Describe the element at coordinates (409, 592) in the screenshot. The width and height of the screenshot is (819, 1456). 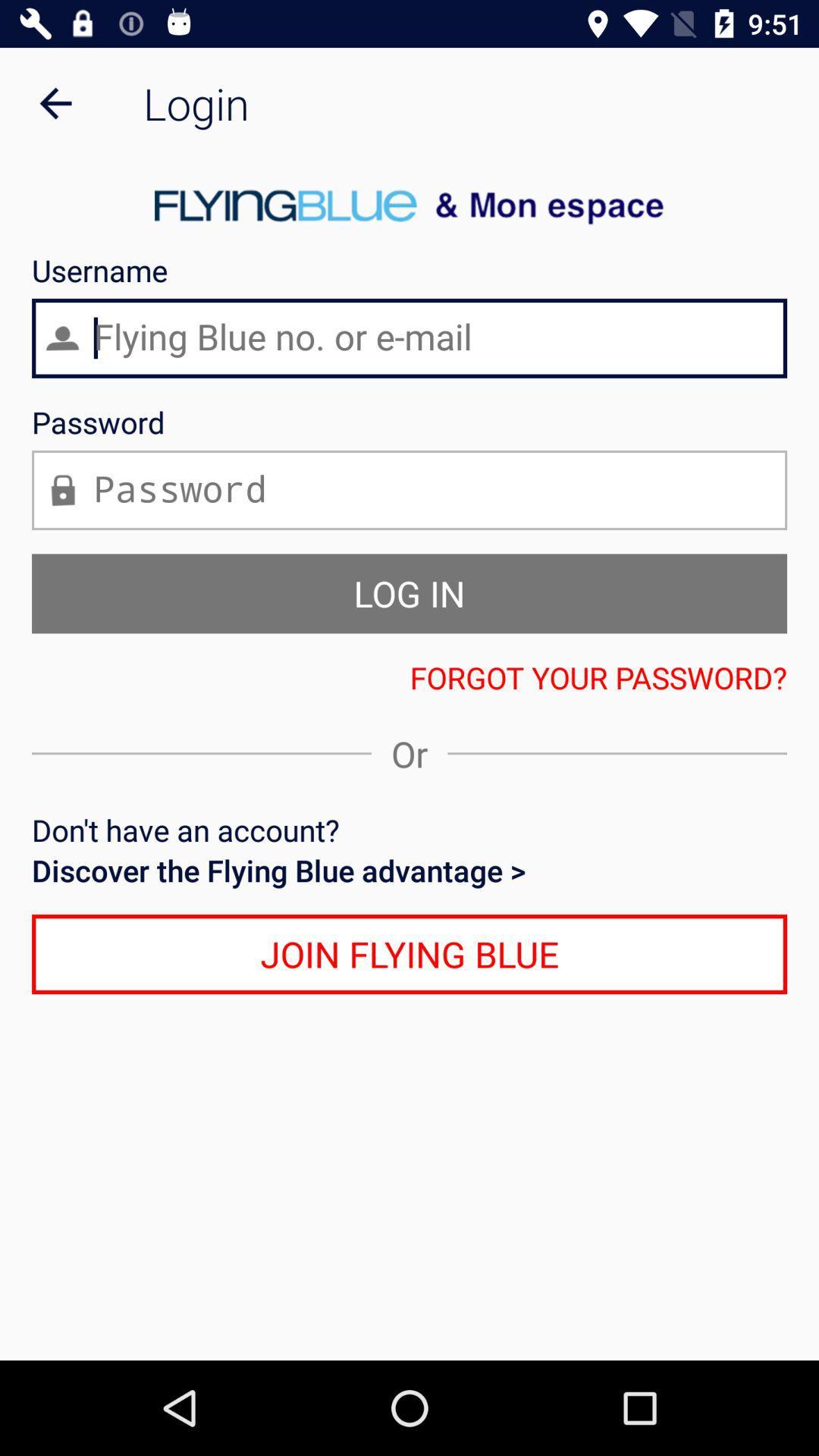
I see `the log in` at that location.